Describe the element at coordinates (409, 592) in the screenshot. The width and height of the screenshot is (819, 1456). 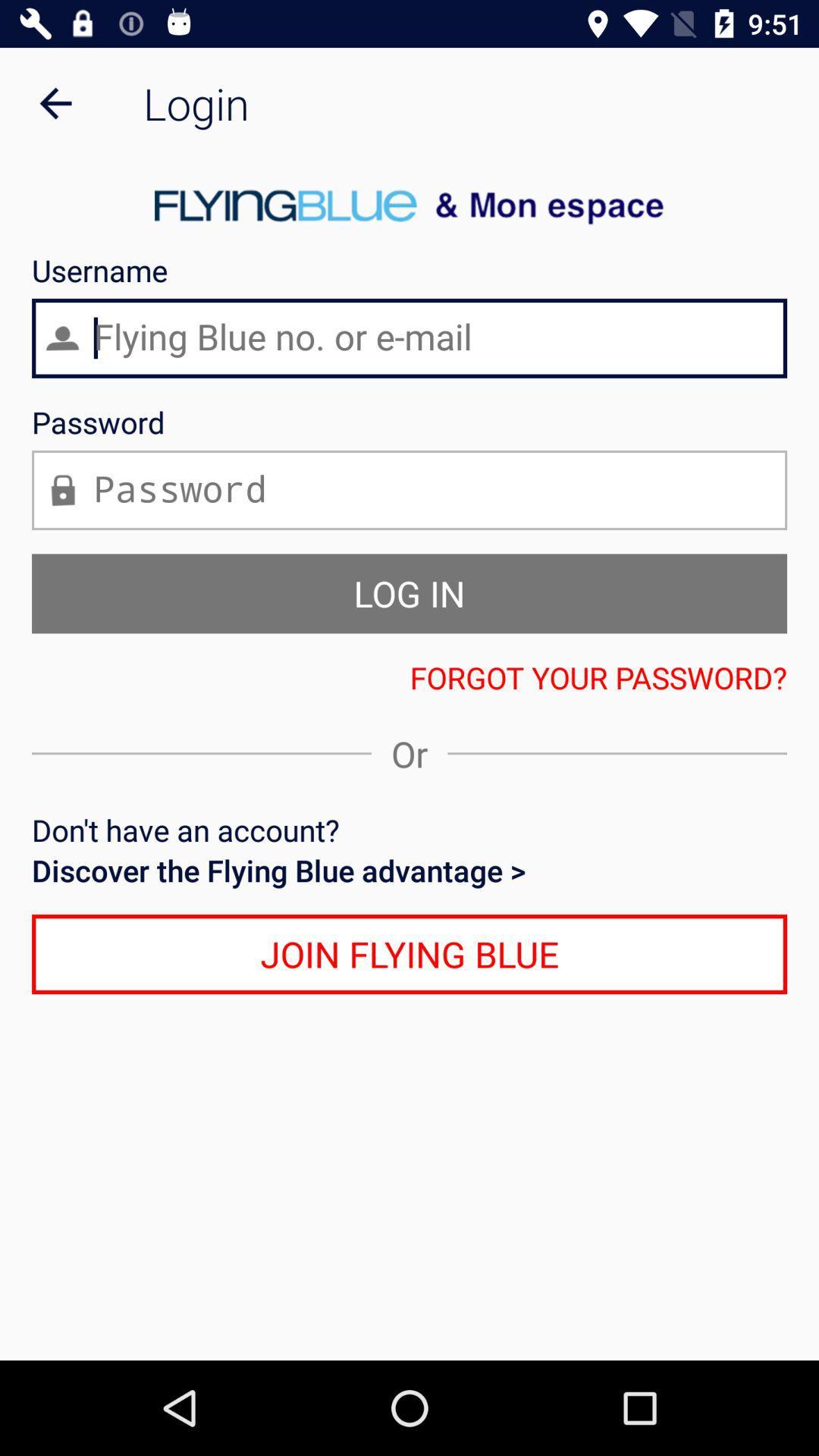
I see `the log in` at that location.